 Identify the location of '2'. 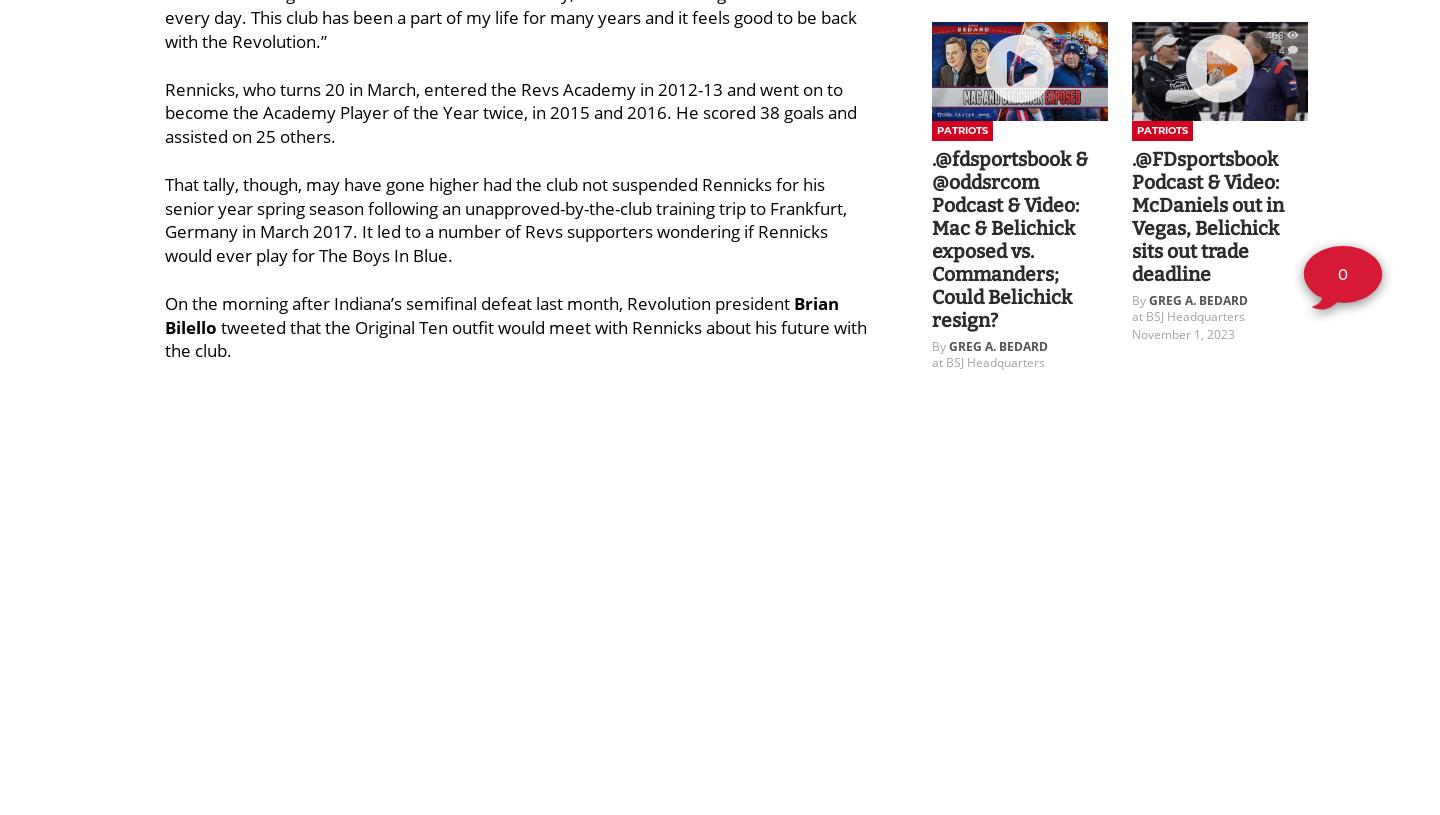
(1082, 47).